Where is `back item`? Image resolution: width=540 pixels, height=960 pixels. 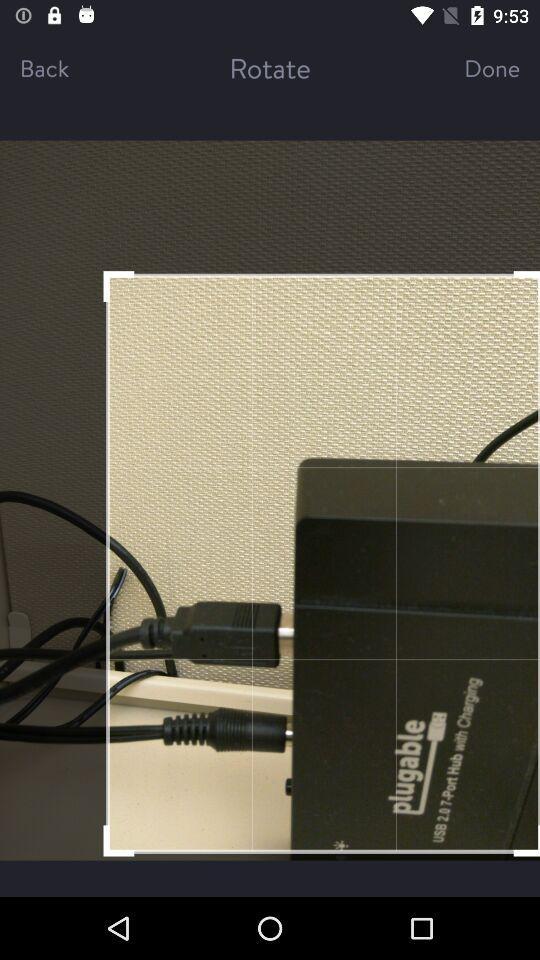 back item is located at coordinates (65, 67).